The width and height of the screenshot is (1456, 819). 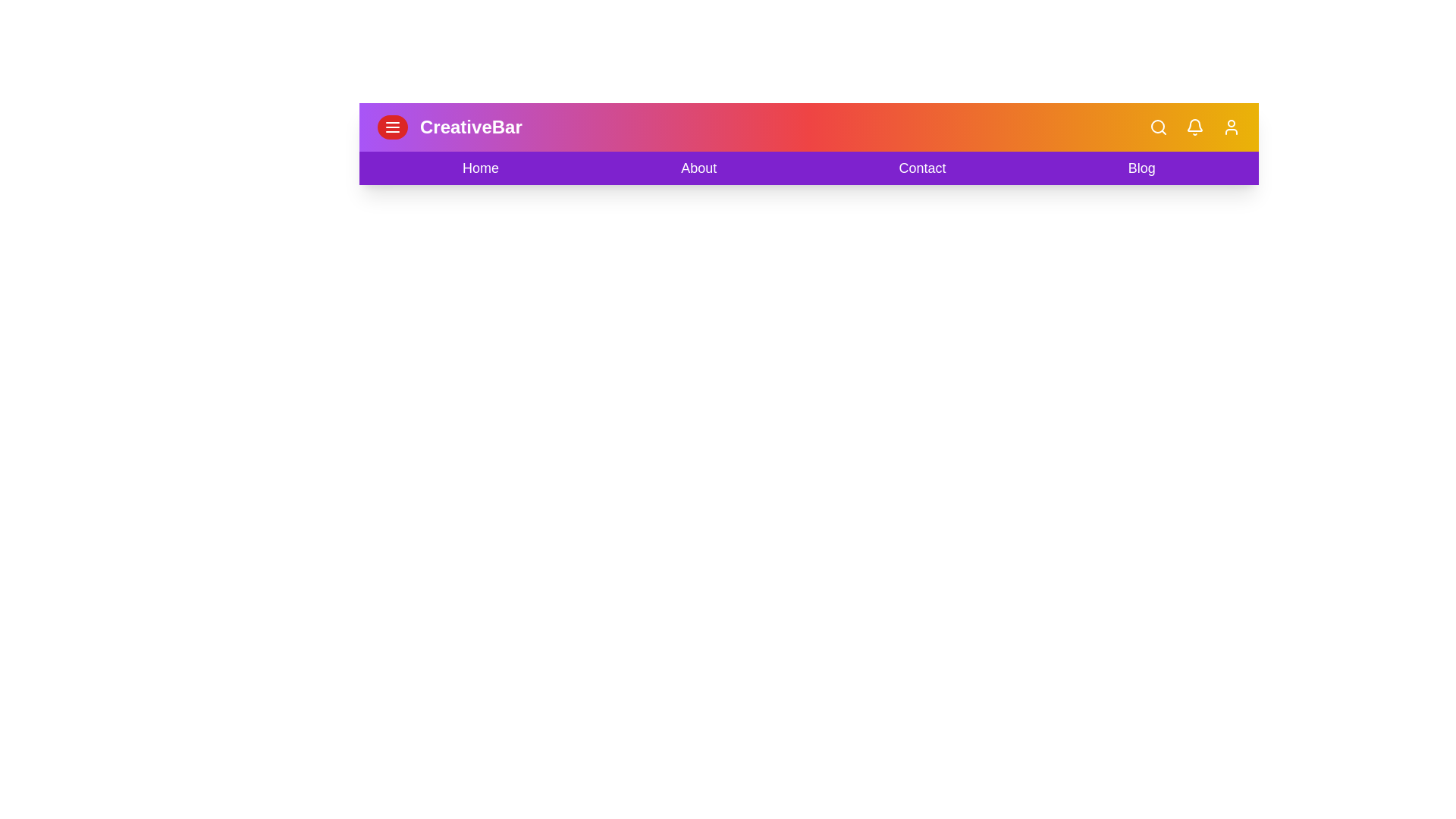 What do you see at coordinates (922, 168) in the screenshot?
I see `the navigation menu item Contact` at bounding box center [922, 168].